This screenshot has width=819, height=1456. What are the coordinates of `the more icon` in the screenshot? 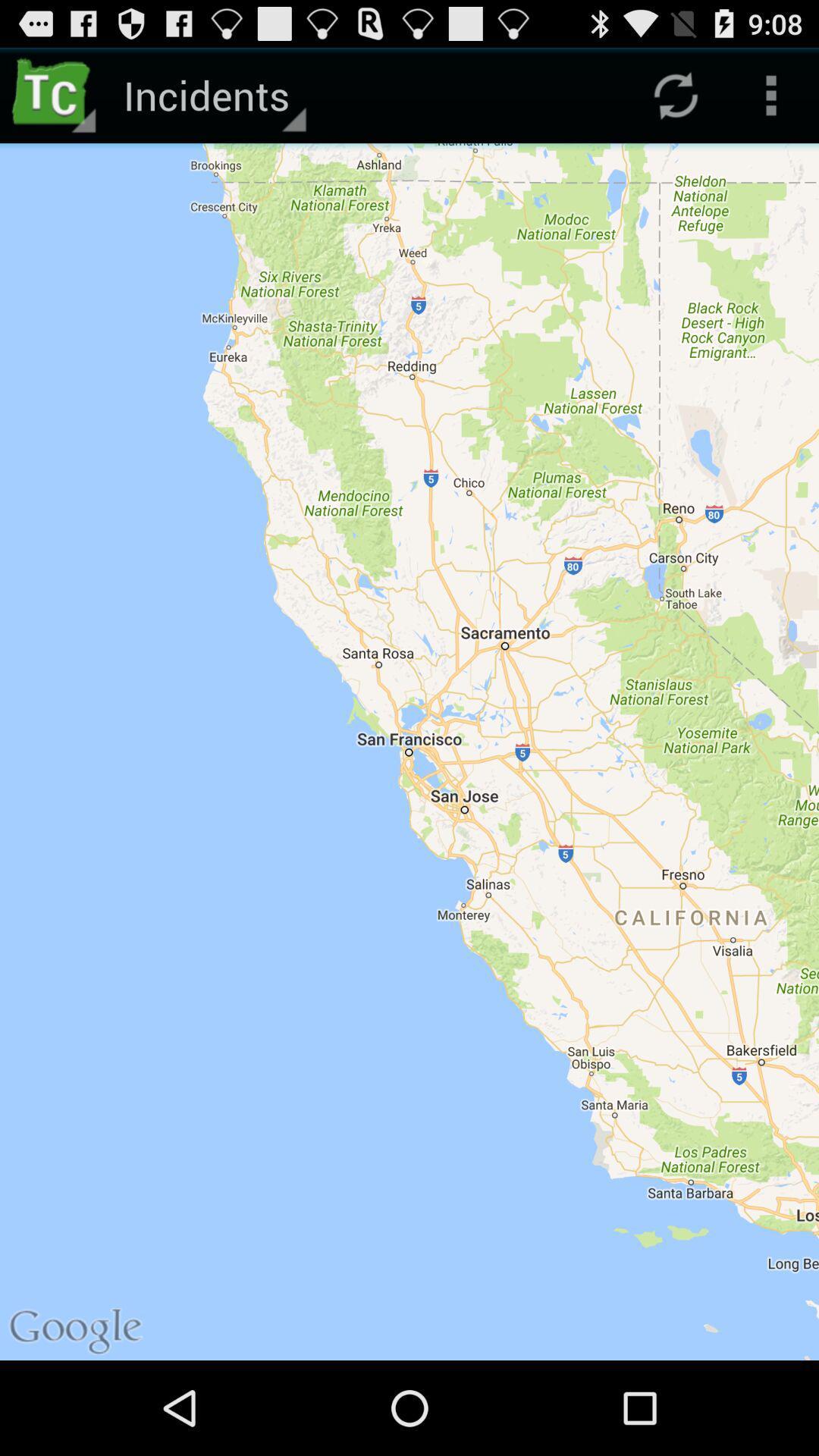 It's located at (771, 101).